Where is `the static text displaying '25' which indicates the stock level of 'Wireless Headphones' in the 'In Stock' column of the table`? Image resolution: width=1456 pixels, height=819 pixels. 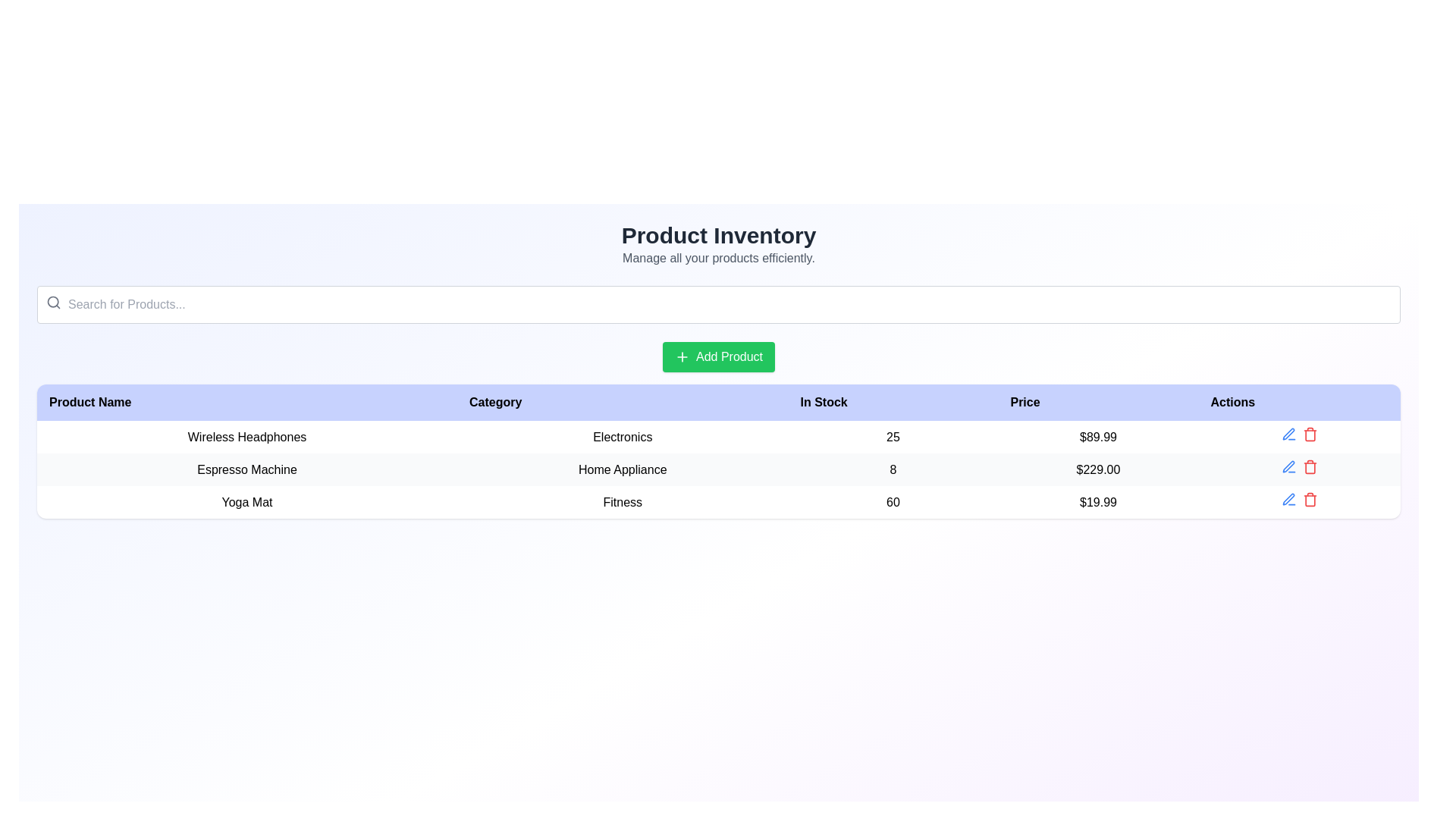
the static text displaying '25' which indicates the stock level of 'Wireless Headphones' in the 'In Stock' column of the table is located at coordinates (893, 436).